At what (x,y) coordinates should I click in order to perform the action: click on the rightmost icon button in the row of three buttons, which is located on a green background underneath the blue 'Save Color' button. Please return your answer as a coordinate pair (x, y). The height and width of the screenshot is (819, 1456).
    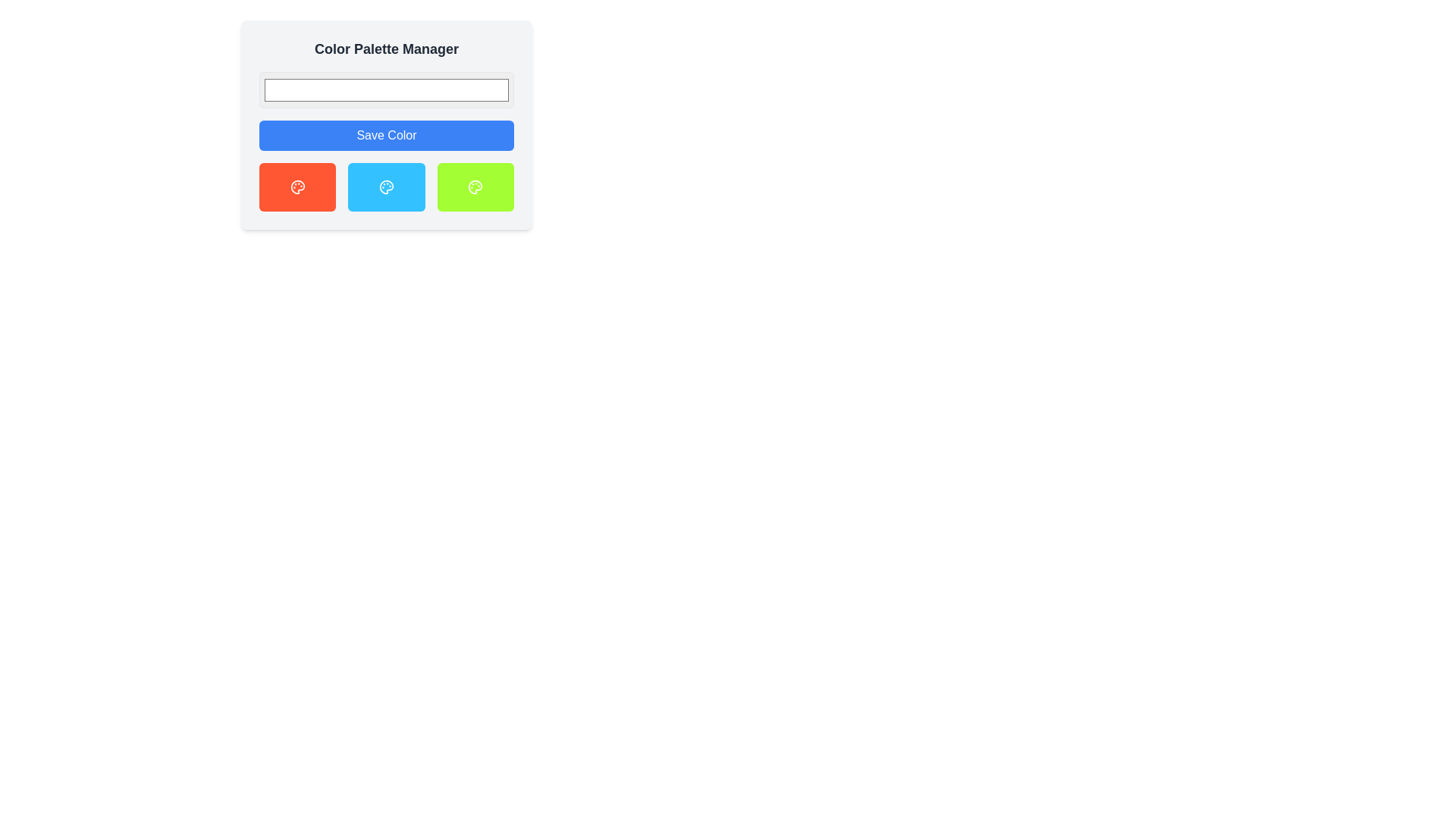
    Looking at the image, I should click on (475, 186).